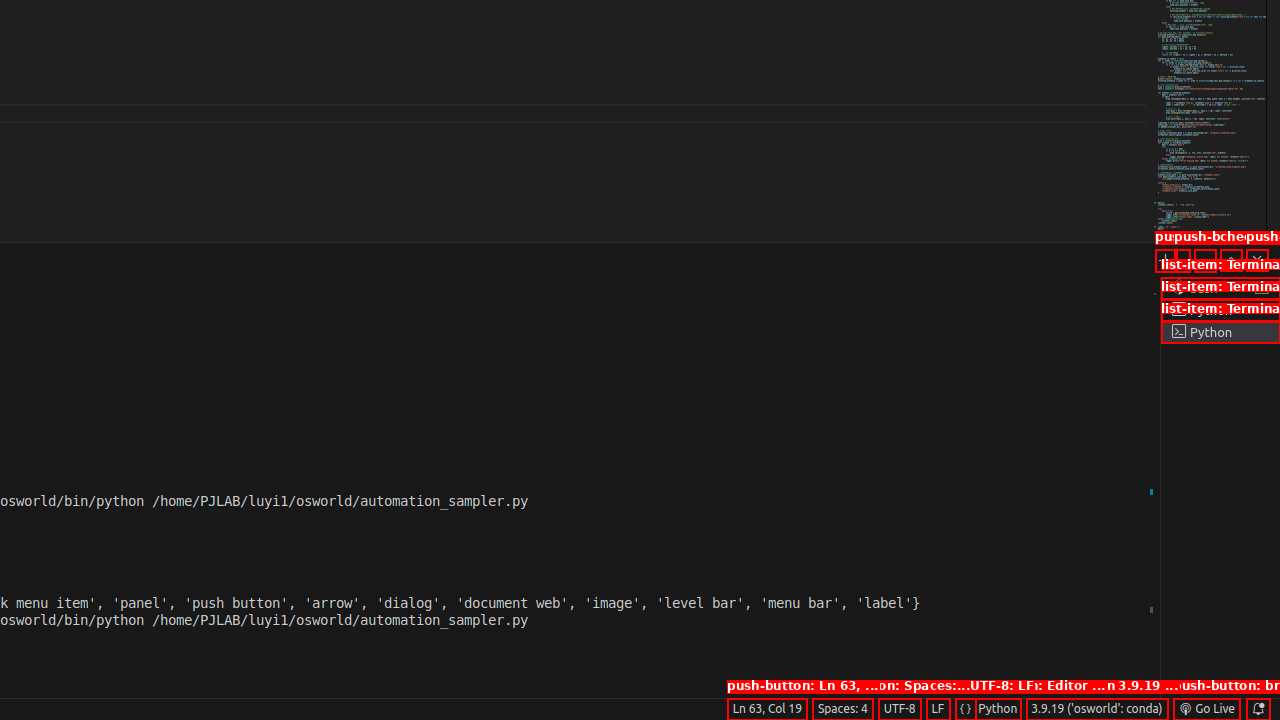  Describe the element at coordinates (842, 707) in the screenshot. I see `'Spaces: 4'` at that location.